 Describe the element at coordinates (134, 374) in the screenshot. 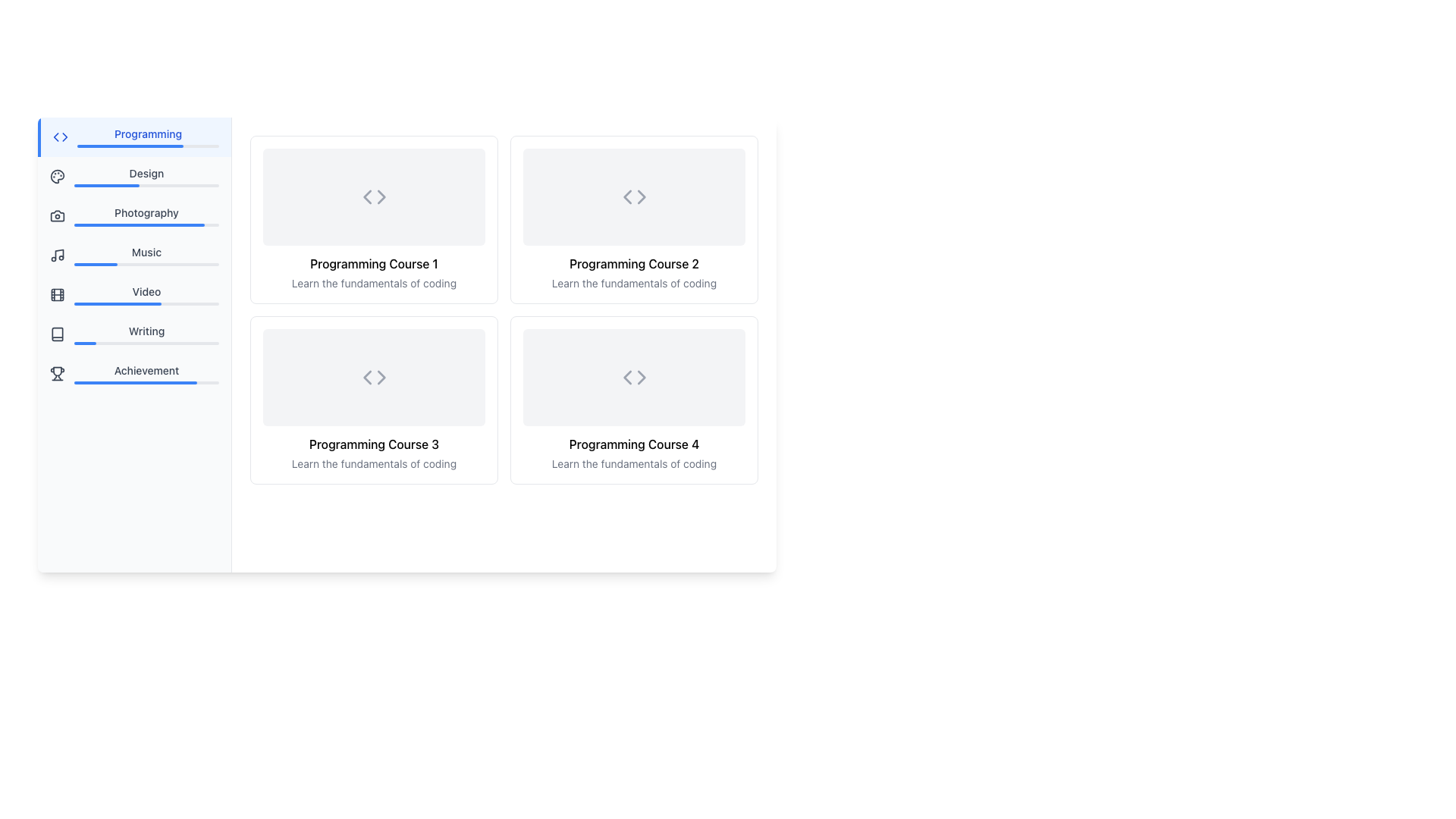

I see `the seventh button in the vertical list of menu items in the left-hand sidebar` at that location.